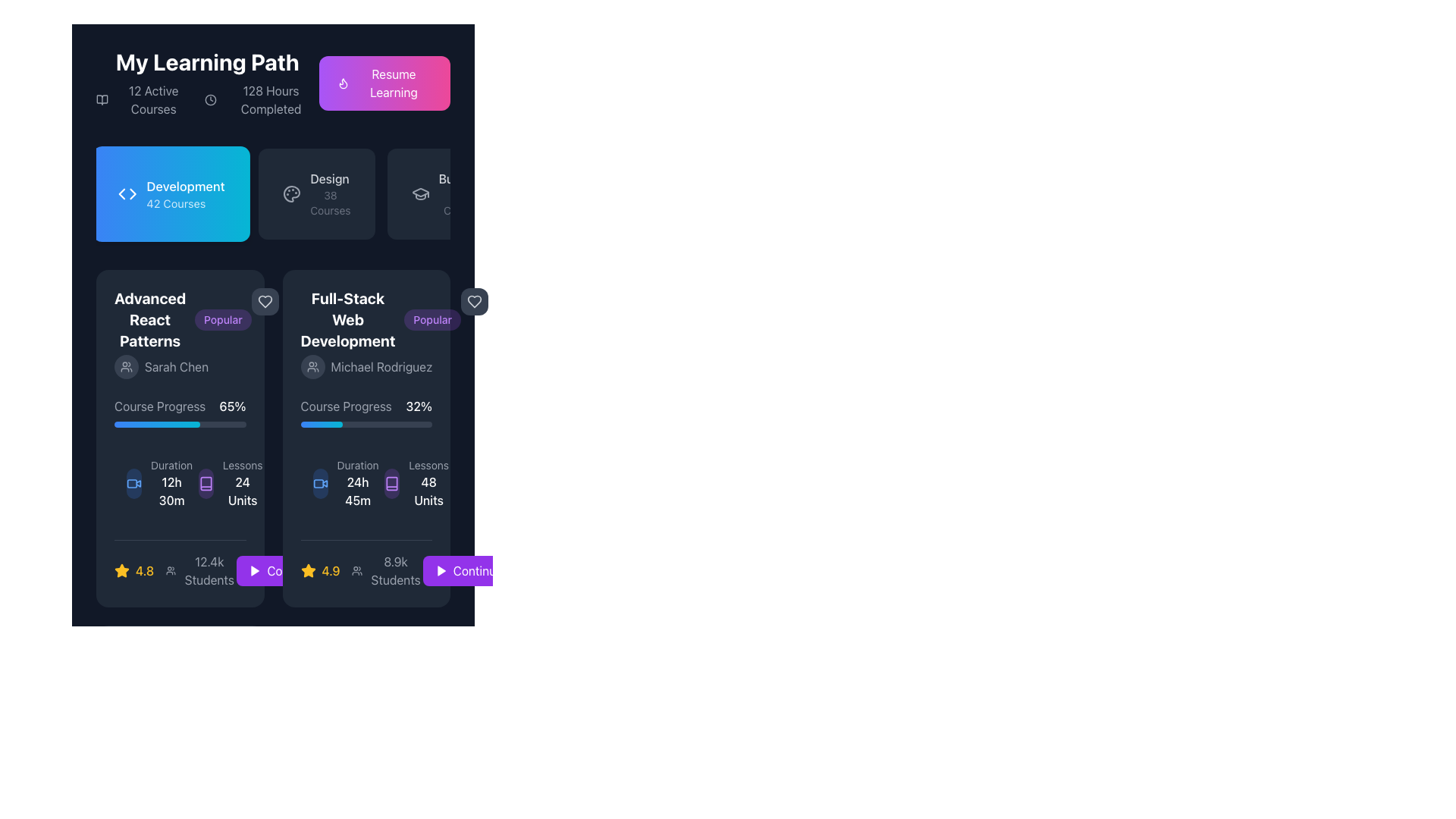 Image resolution: width=1456 pixels, height=819 pixels. Describe the element at coordinates (200, 570) in the screenshot. I see `text label displaying '12.4k Students' alongside the group icon, located in the first course card at the bottom section, between the star rating and the 'Continue' button` at that location.